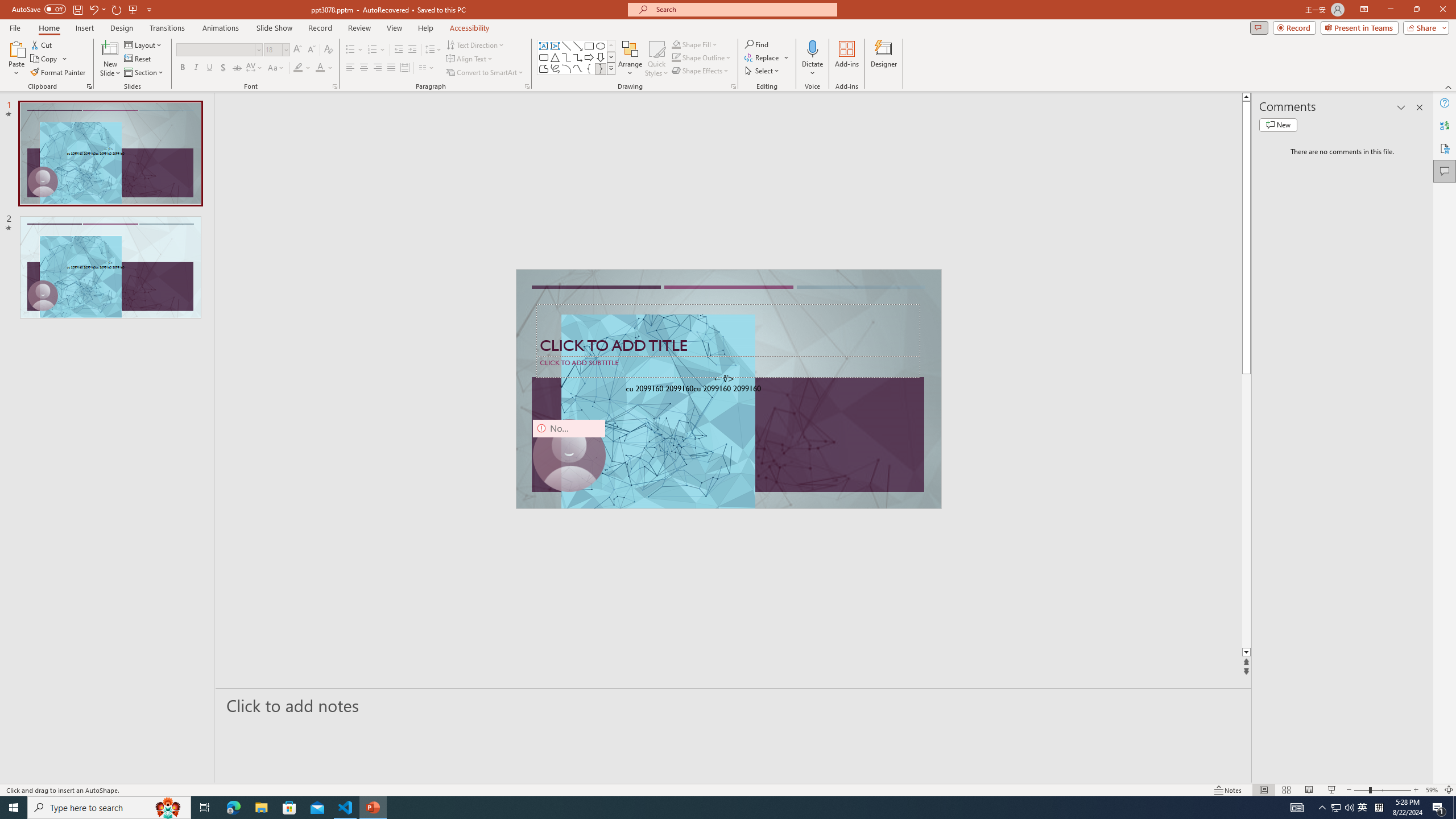 This screenshot has height=819, width=1456. I want to click on 'TextBox 61', so click(726, 390).